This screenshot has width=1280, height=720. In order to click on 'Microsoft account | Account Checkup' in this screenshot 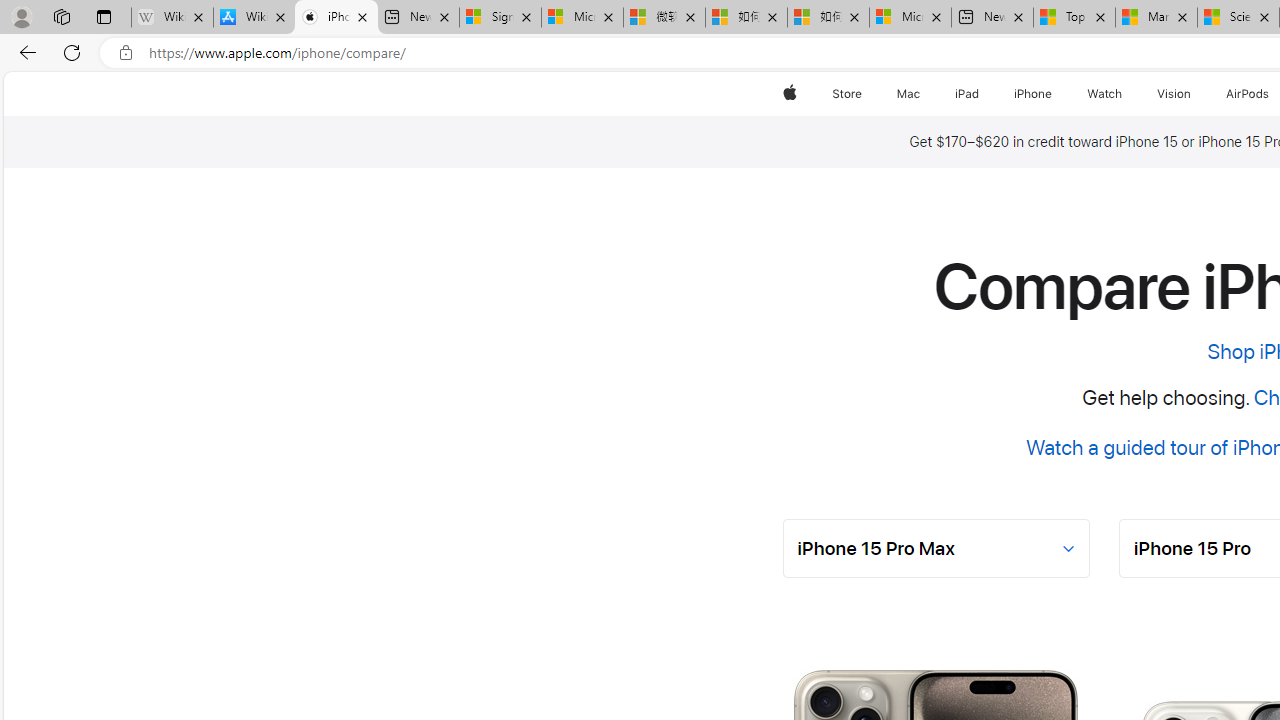, I will do `click(909, 17)`.